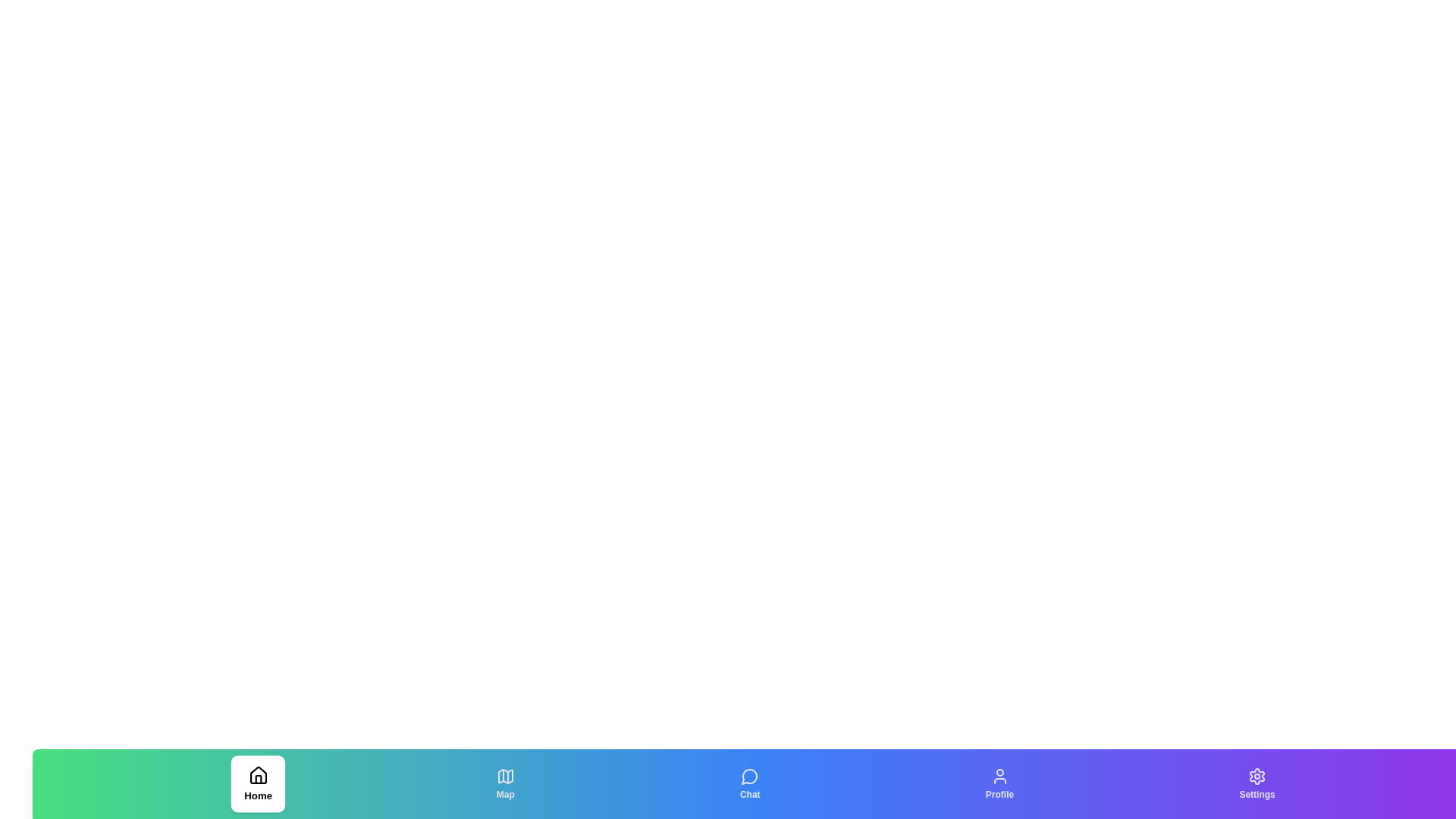  Describe the element at coordinates (999, 783) in the screenshot. I see `the Profile tab to observe the hover effect` at that location.